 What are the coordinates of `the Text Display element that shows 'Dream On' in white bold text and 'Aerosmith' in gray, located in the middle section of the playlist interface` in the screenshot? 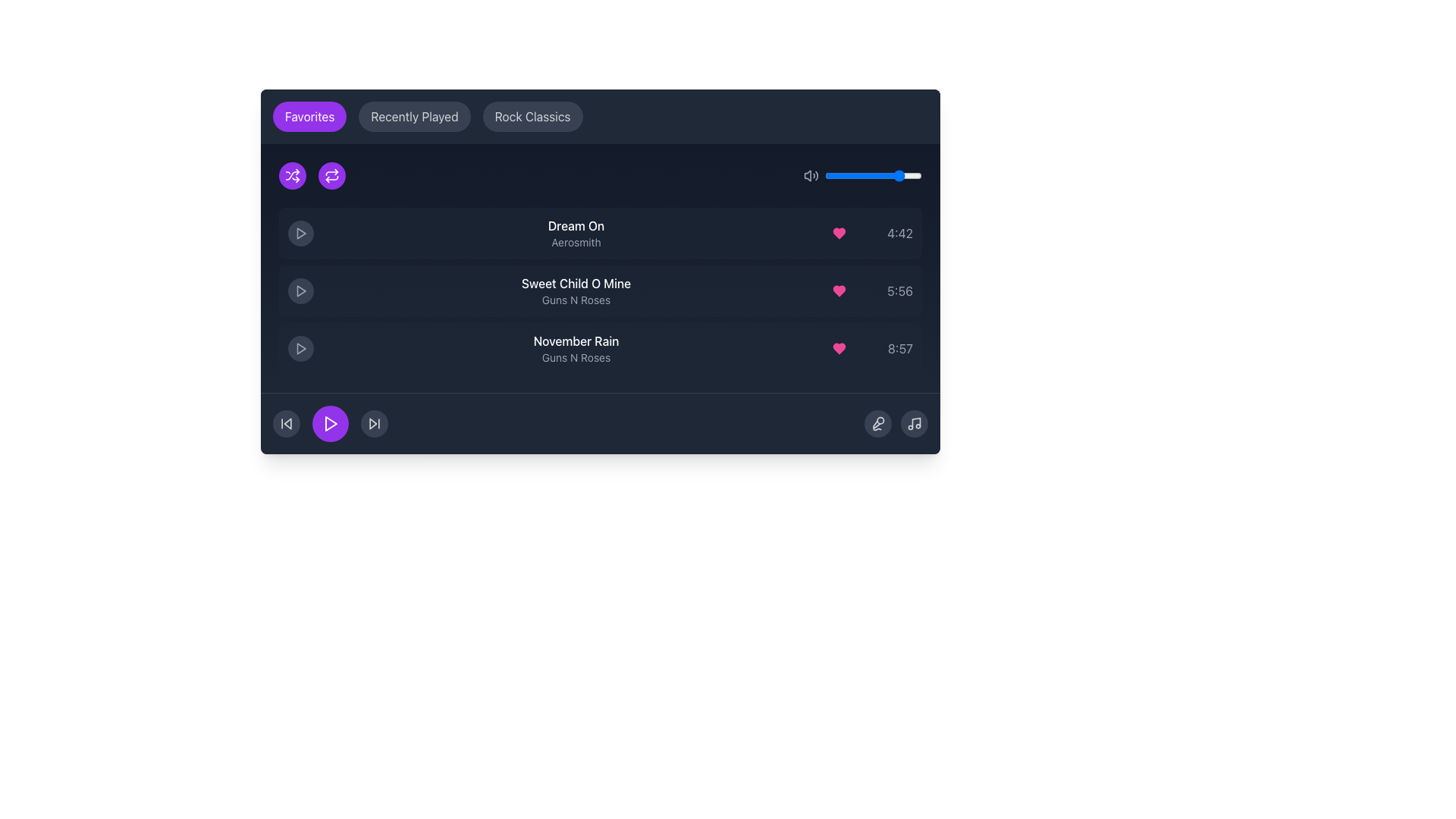 It's located at (575, 234).